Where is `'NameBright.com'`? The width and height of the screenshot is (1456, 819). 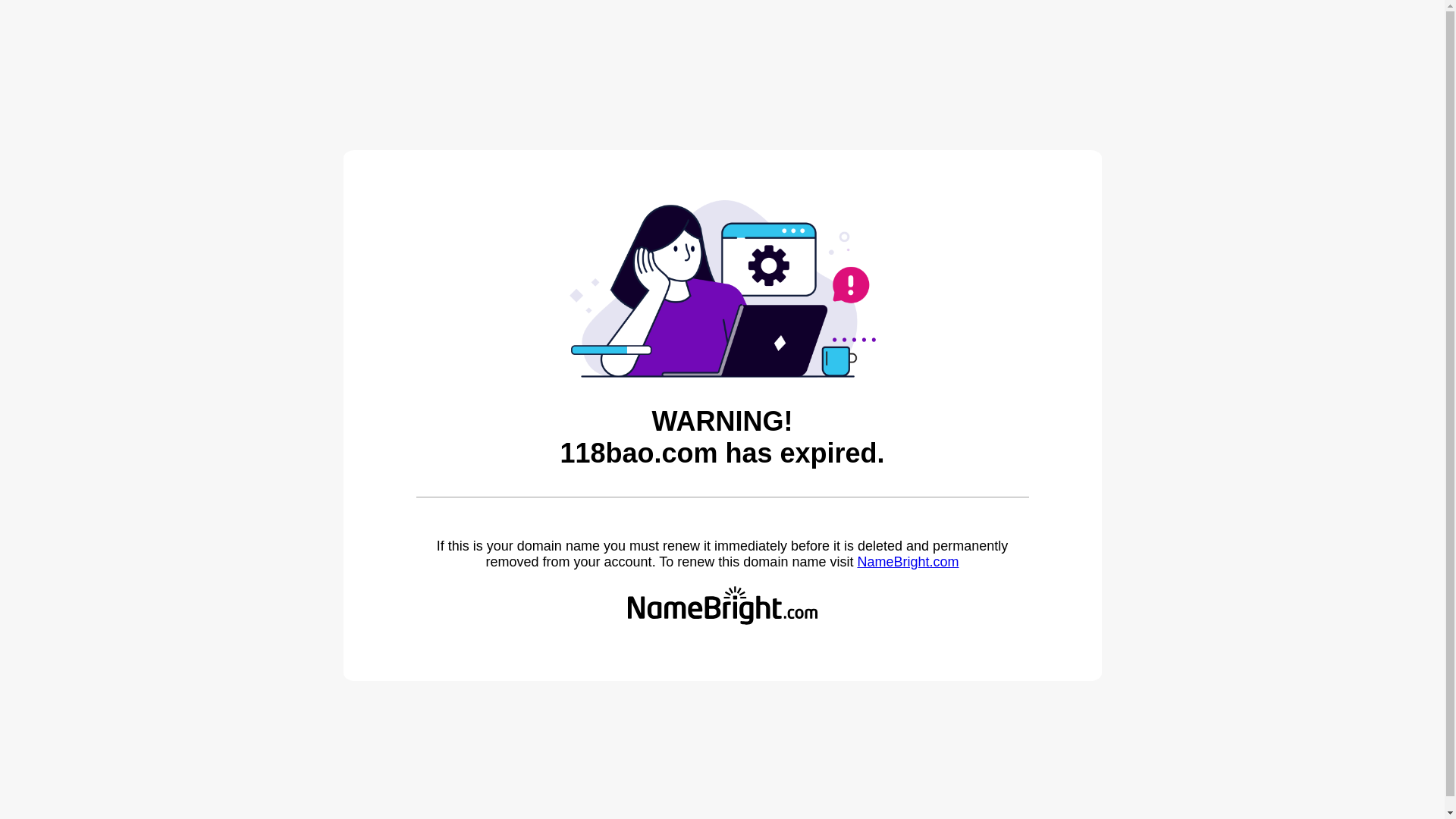 'NameBright.com' is located at coordinates (856, 561).